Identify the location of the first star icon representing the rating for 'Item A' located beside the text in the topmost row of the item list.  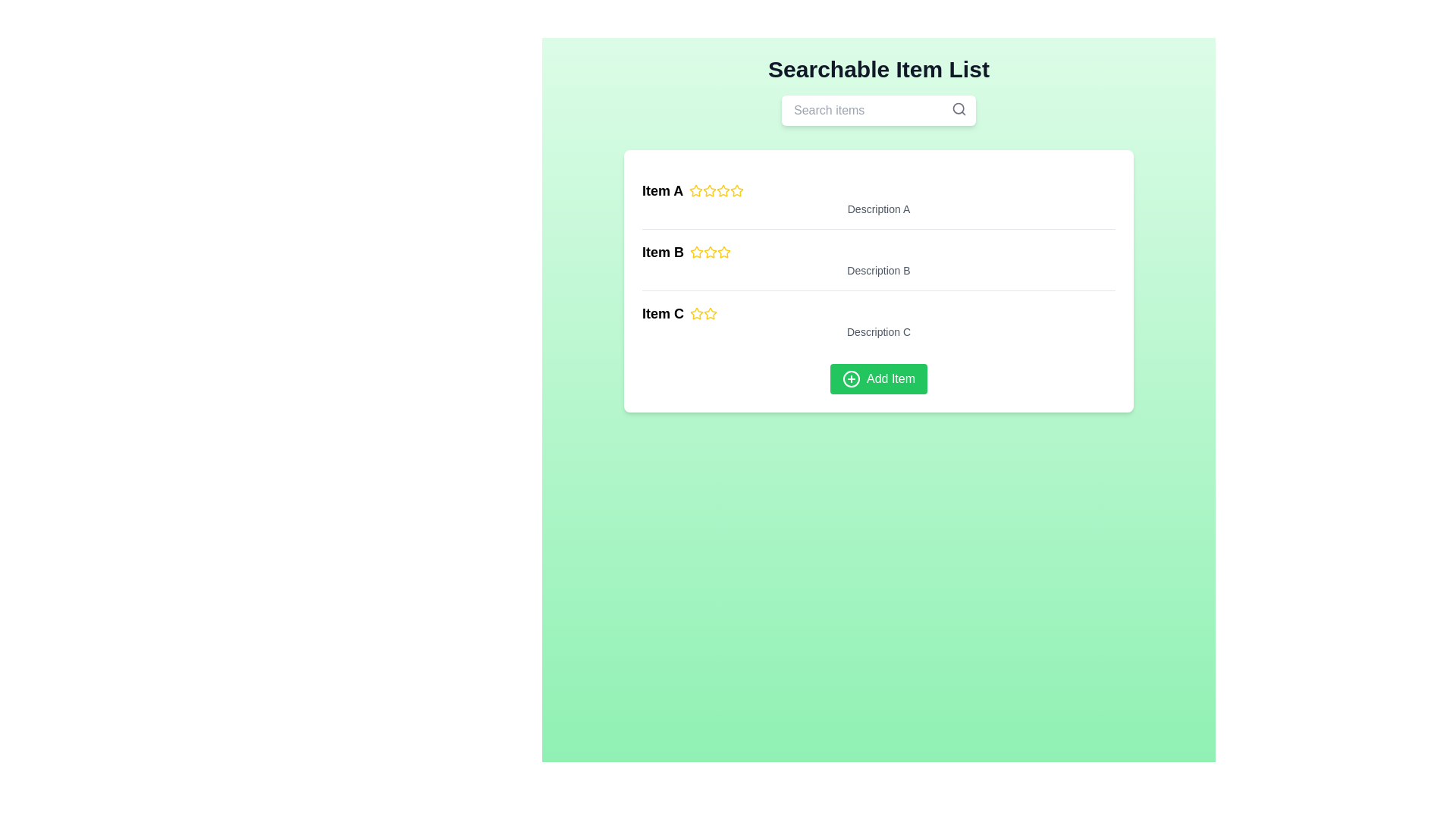
(695, 190).